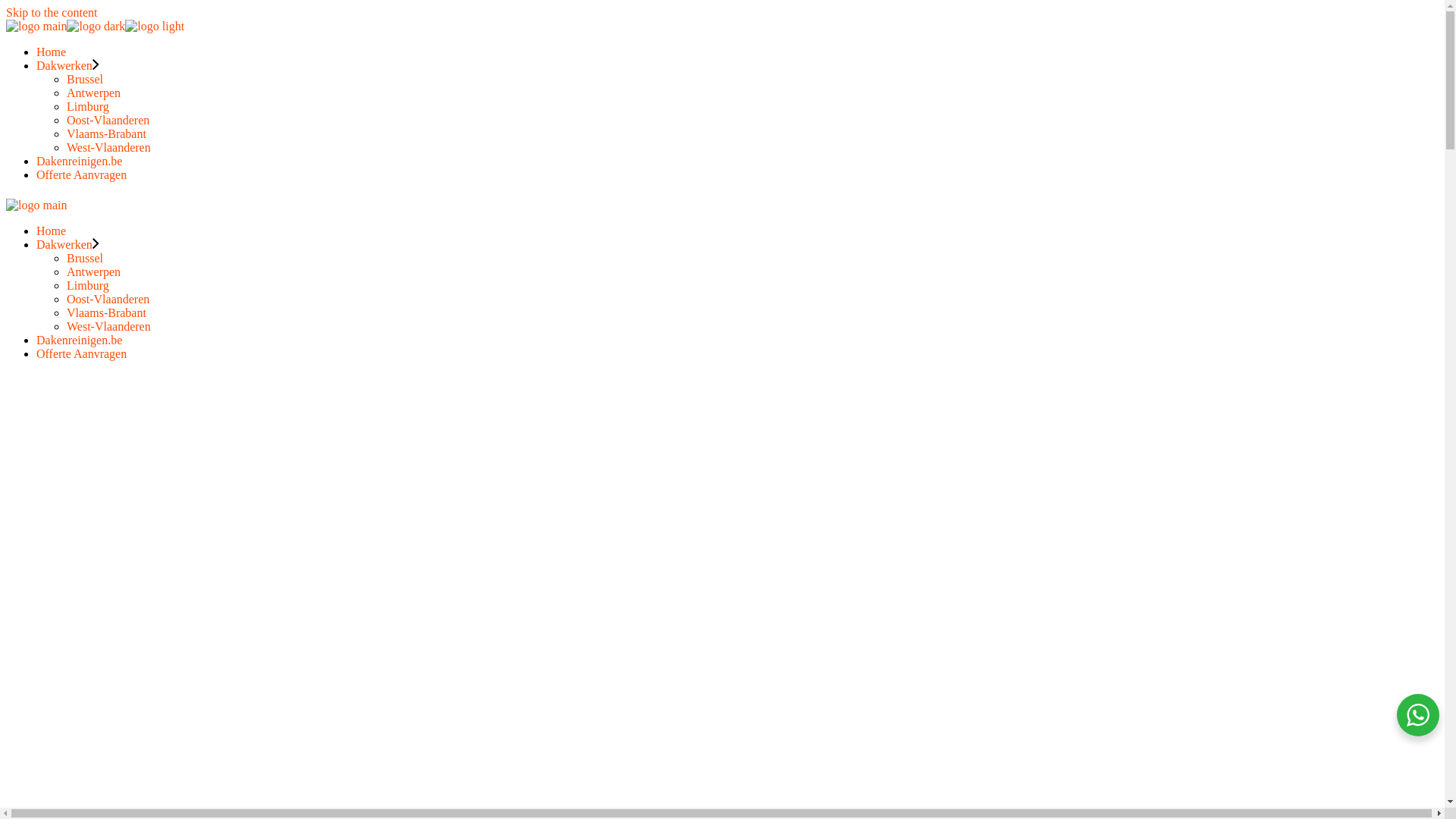 Image resolution: width=1456 pixels, height=819 pixels. Describe the element at coordinates (65, 79) in the screenshot. I see `'Brussel'` at that location.